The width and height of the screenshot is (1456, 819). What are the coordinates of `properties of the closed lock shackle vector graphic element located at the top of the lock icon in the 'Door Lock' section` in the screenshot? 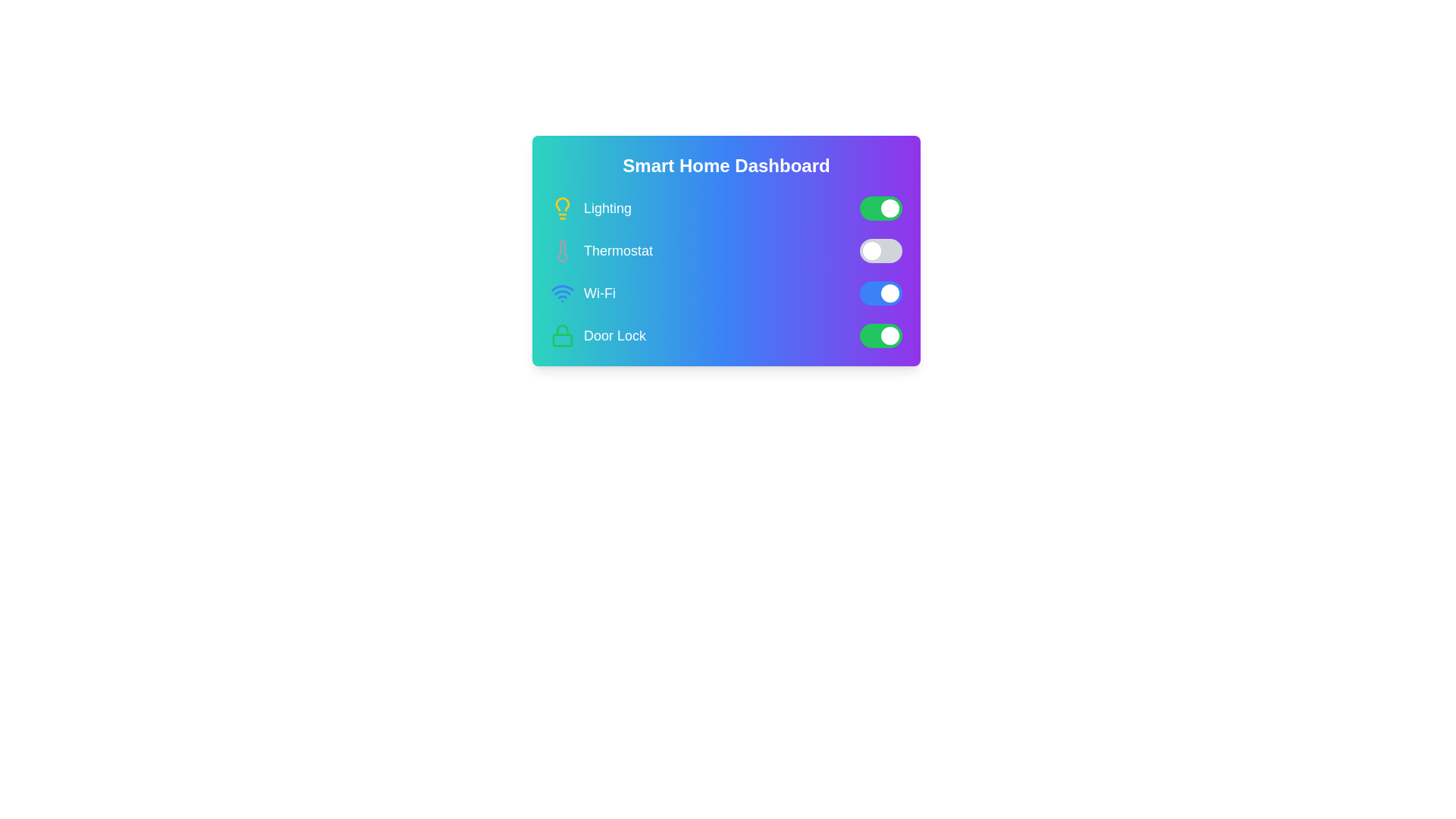 It's located at (562, 329).